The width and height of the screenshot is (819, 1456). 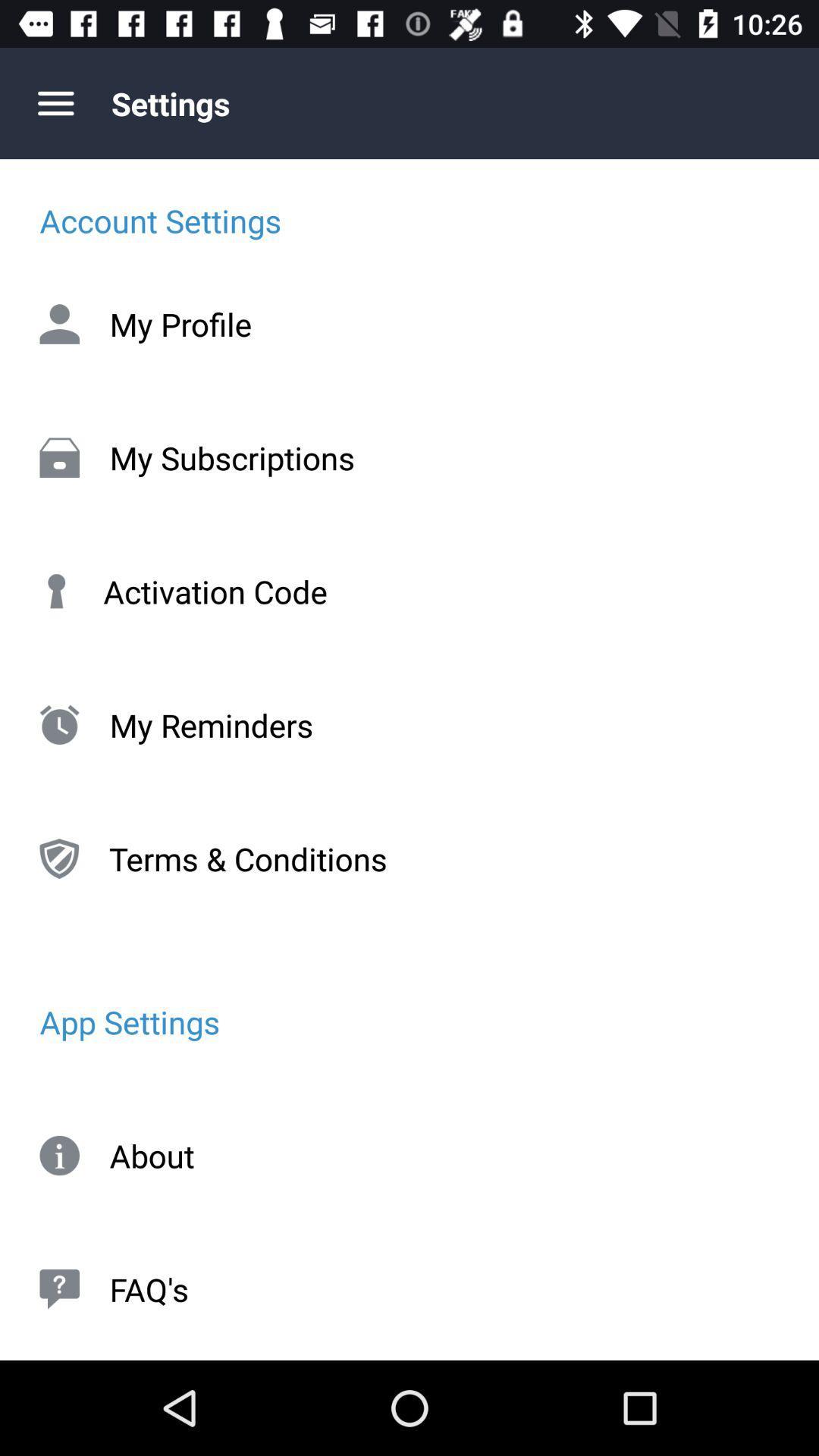 I want to click on my reminders icon, so click(x=409, y=724).